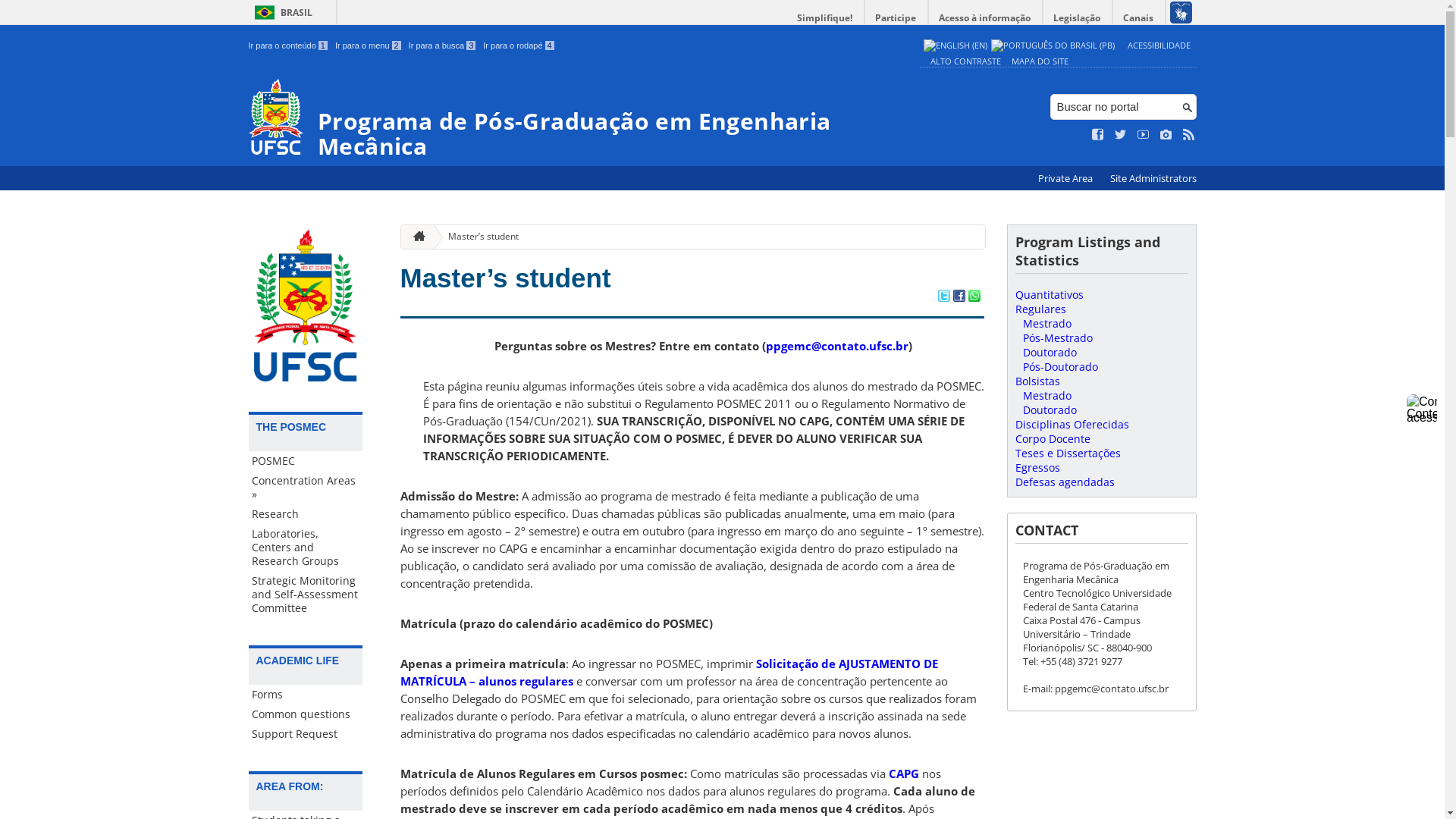  I want to click on 'Simplifique!', so click(824, 17).